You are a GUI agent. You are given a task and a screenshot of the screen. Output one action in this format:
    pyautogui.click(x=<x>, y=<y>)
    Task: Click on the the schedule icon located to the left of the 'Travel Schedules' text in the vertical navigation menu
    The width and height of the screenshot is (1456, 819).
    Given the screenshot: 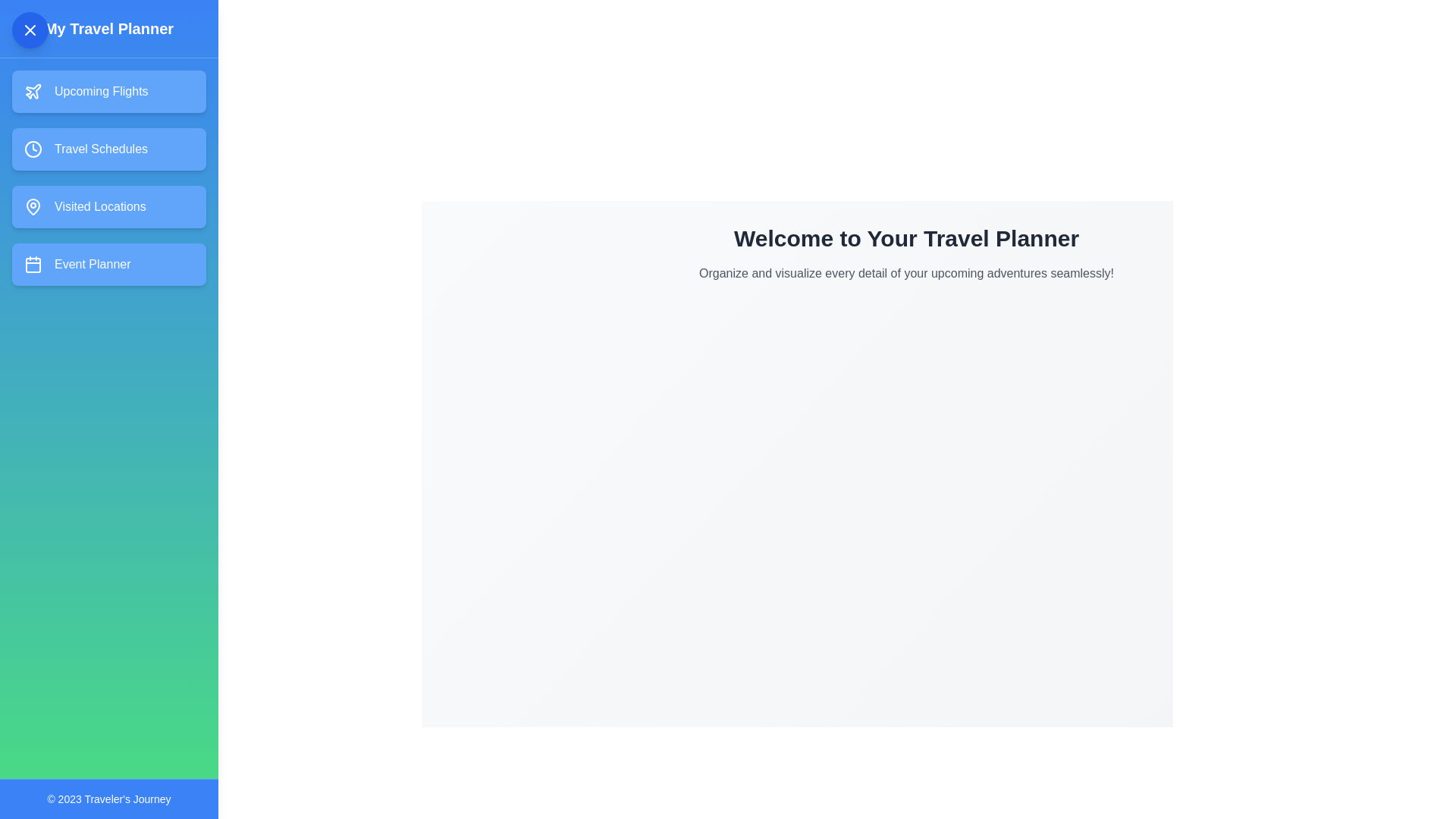 What is the action you would take?
    pyautogui.click(x=33, y=149)
    